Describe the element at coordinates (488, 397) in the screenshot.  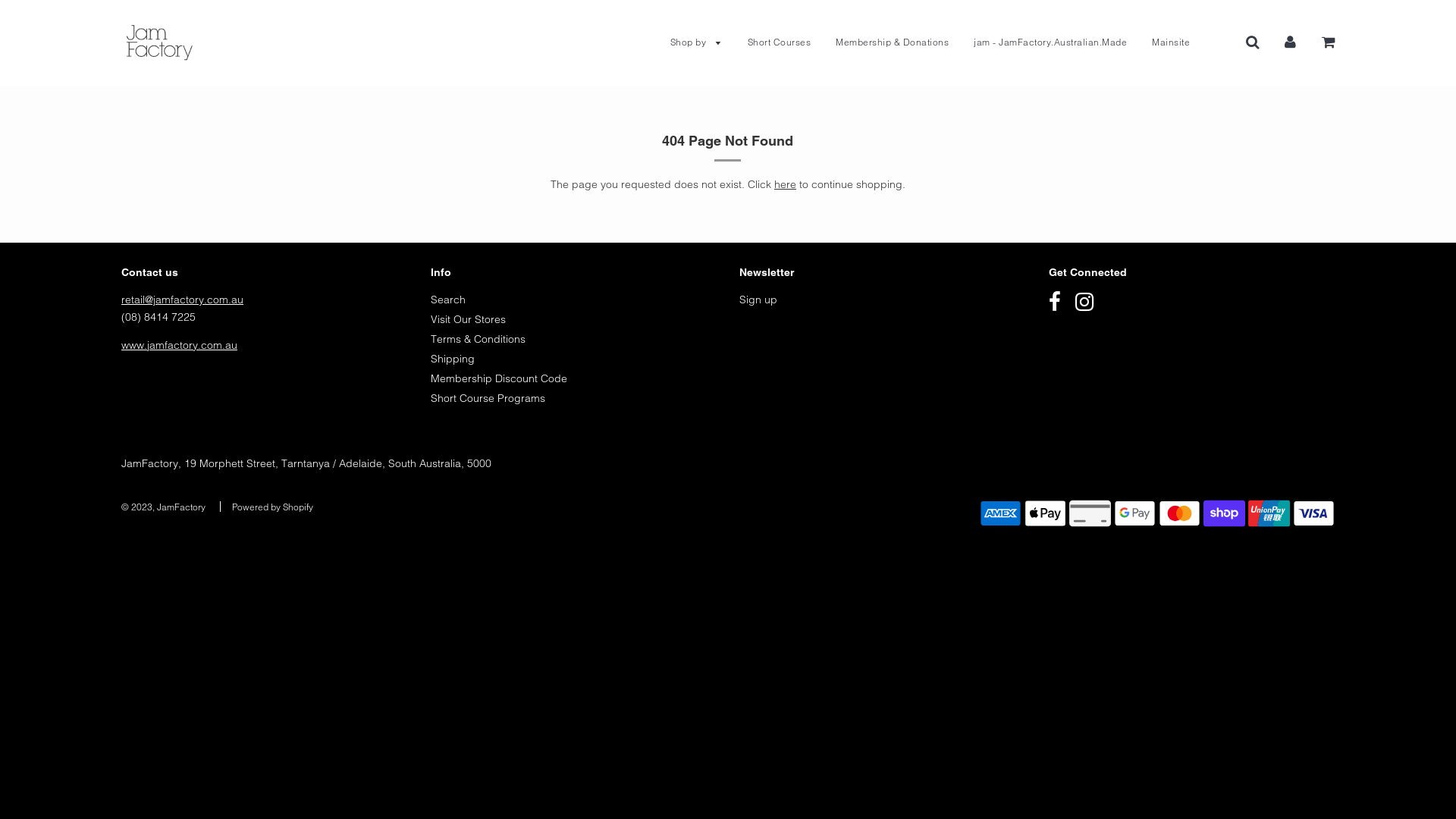
I see `'Short Course Programs'` at that location.